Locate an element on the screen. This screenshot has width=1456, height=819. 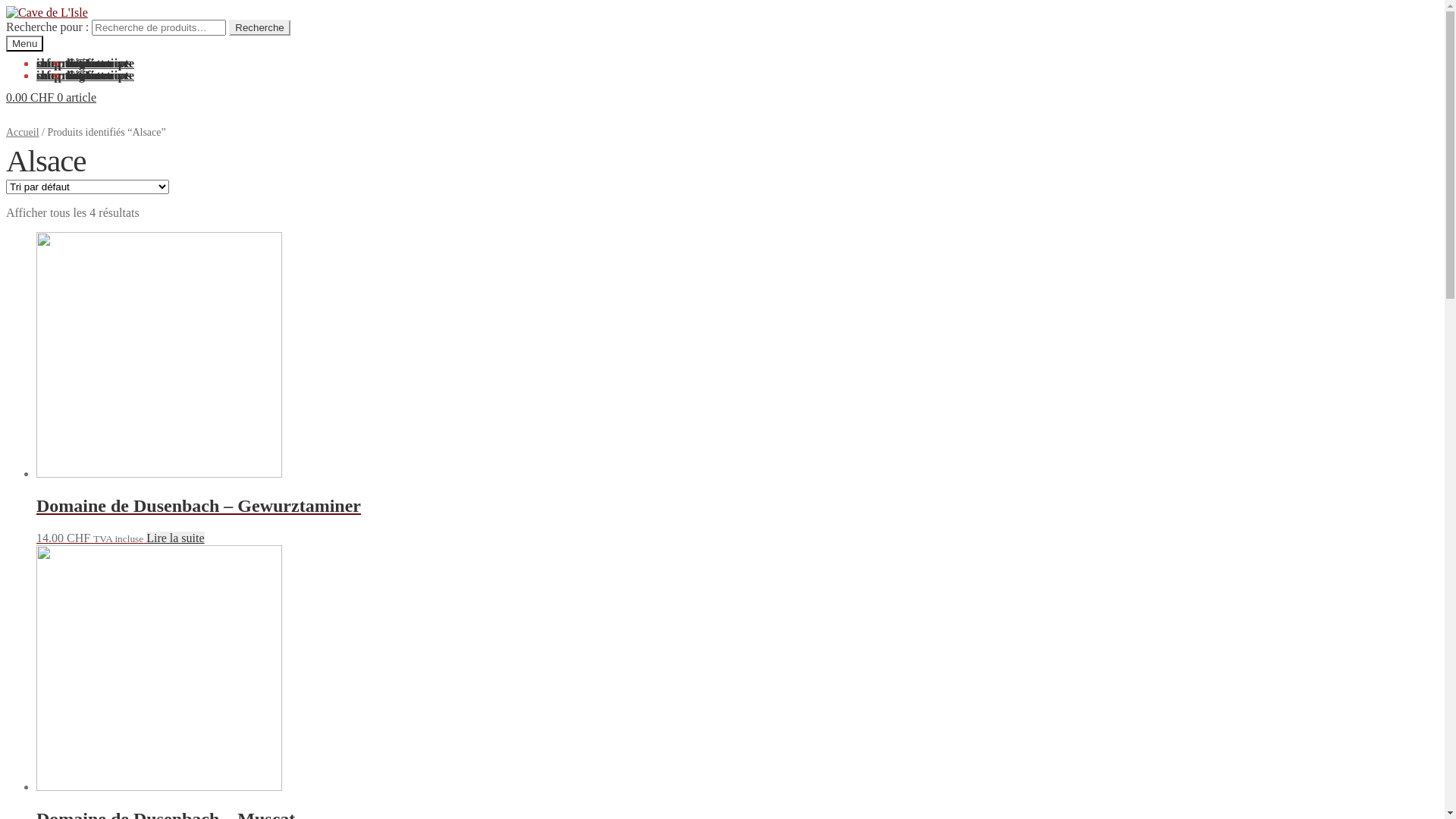
'votre compte' is located at coordinates (65, 62).